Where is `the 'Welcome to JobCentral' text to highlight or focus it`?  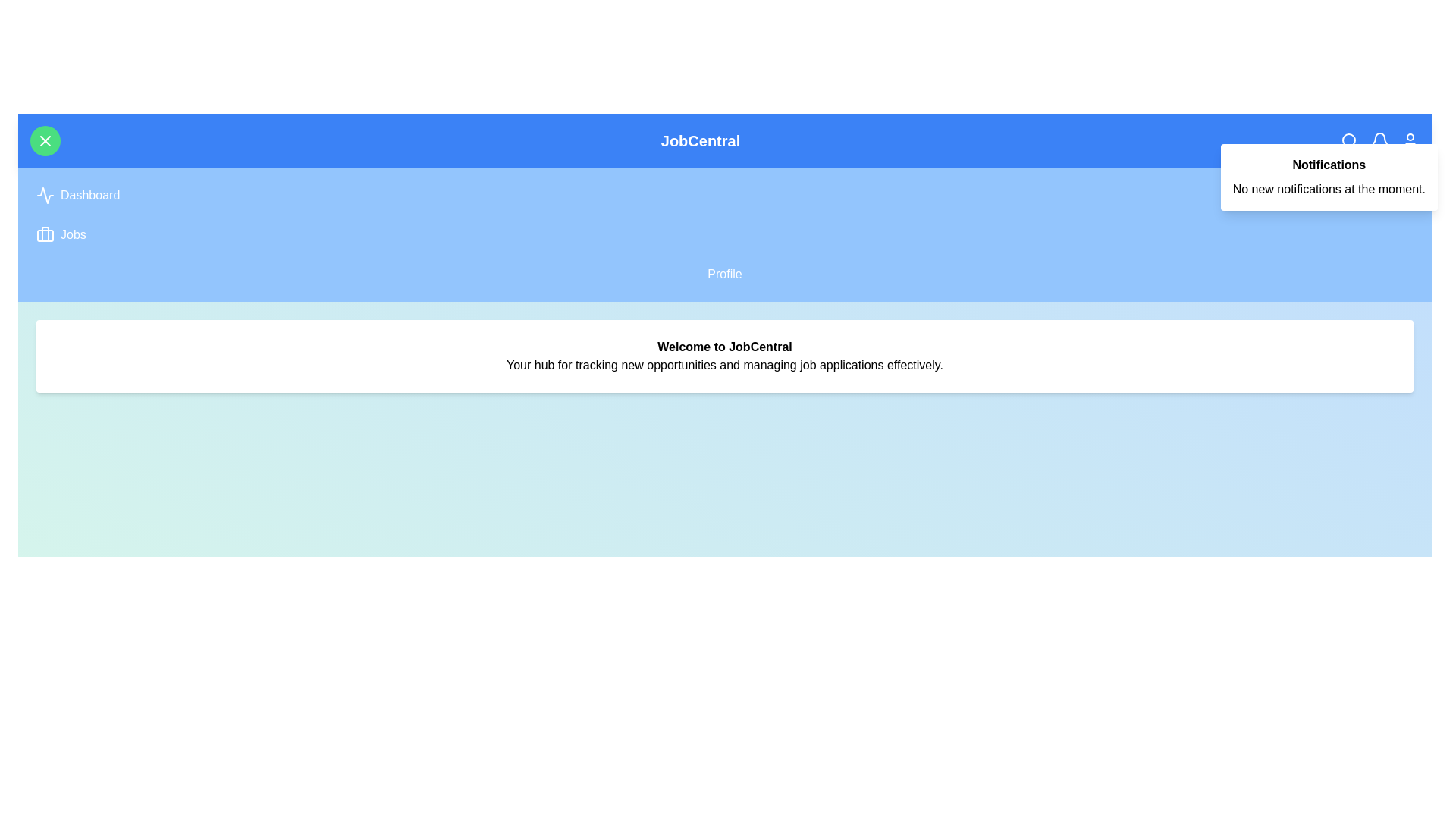
the 'Welcome to JobCentral' text to highlight or focus it is located at coordinates (723, 347).